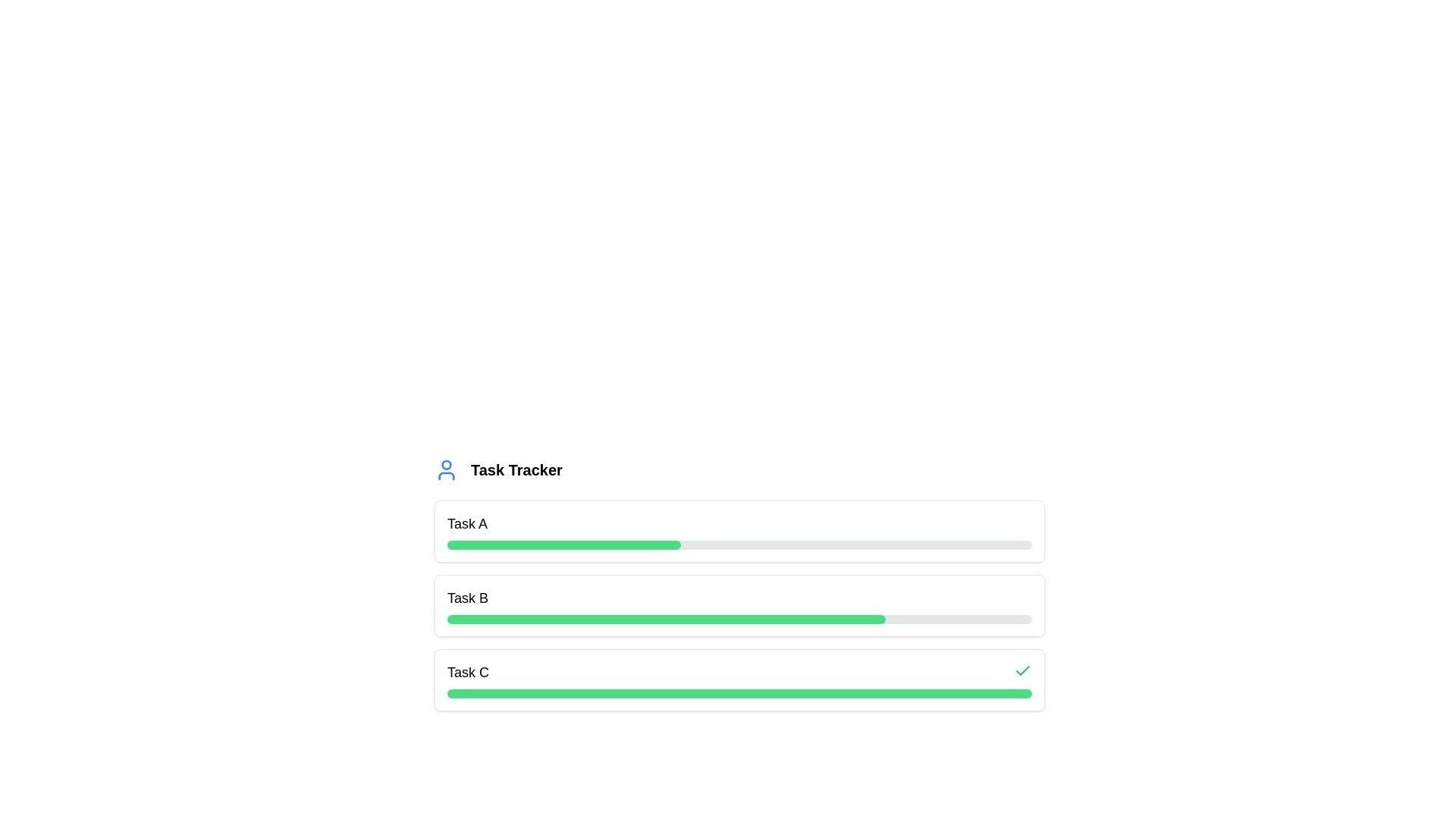  I want to click on the filled portion of the progress bar indicating task completion for 'Task B', so click(667, 620).